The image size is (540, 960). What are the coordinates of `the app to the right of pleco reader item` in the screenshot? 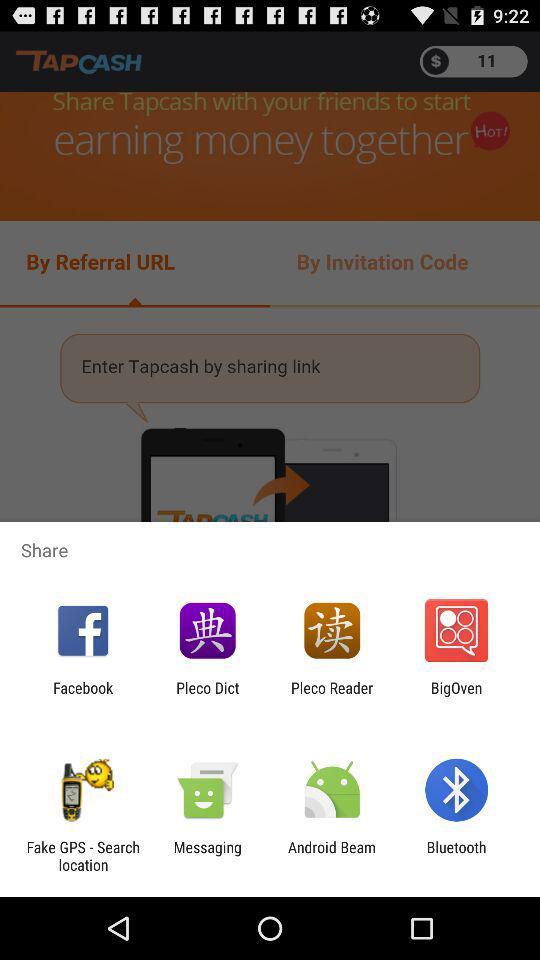 It's located at (456, 696).